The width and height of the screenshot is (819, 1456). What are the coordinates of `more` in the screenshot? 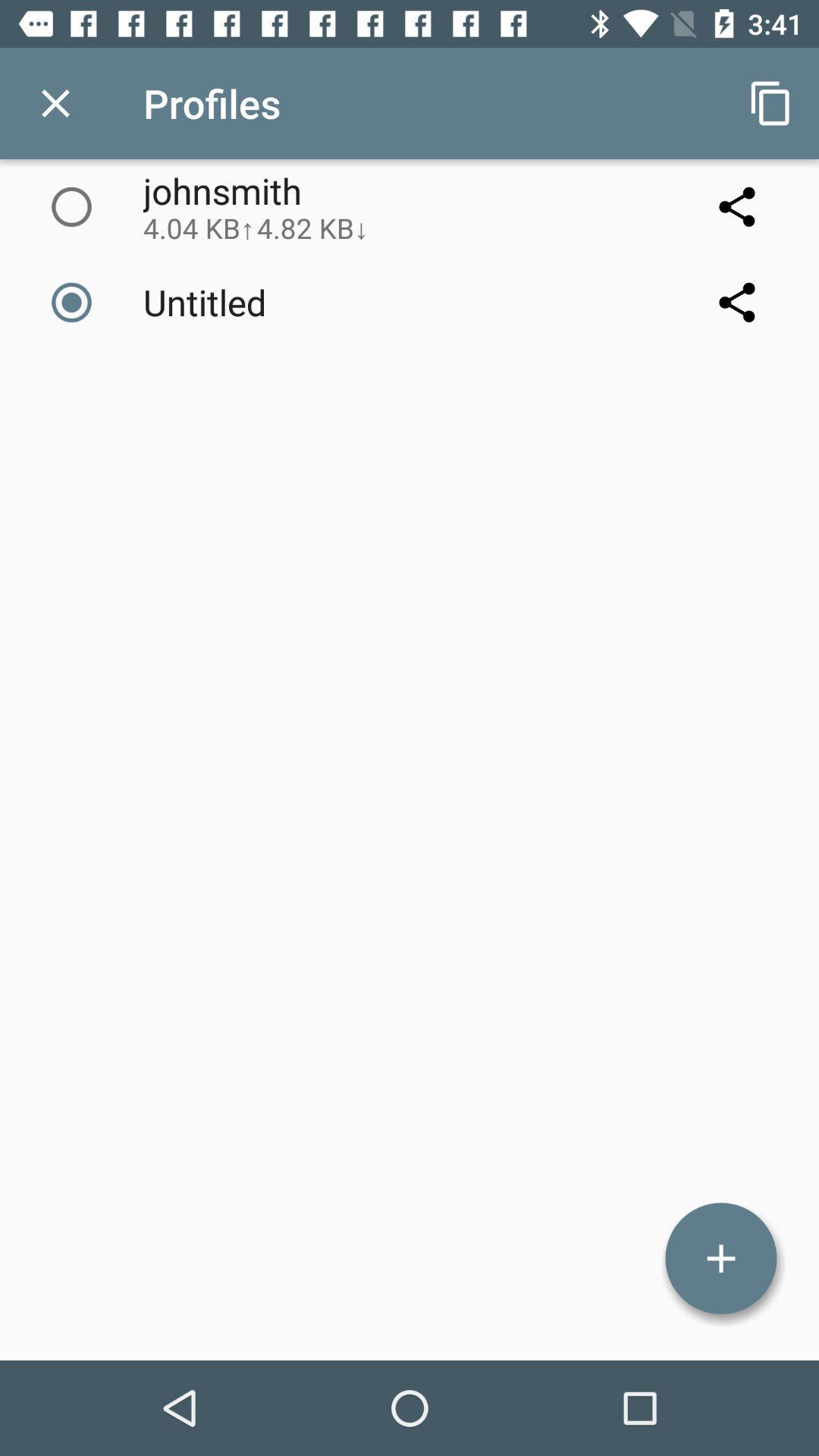 It's located at (720, 1258).